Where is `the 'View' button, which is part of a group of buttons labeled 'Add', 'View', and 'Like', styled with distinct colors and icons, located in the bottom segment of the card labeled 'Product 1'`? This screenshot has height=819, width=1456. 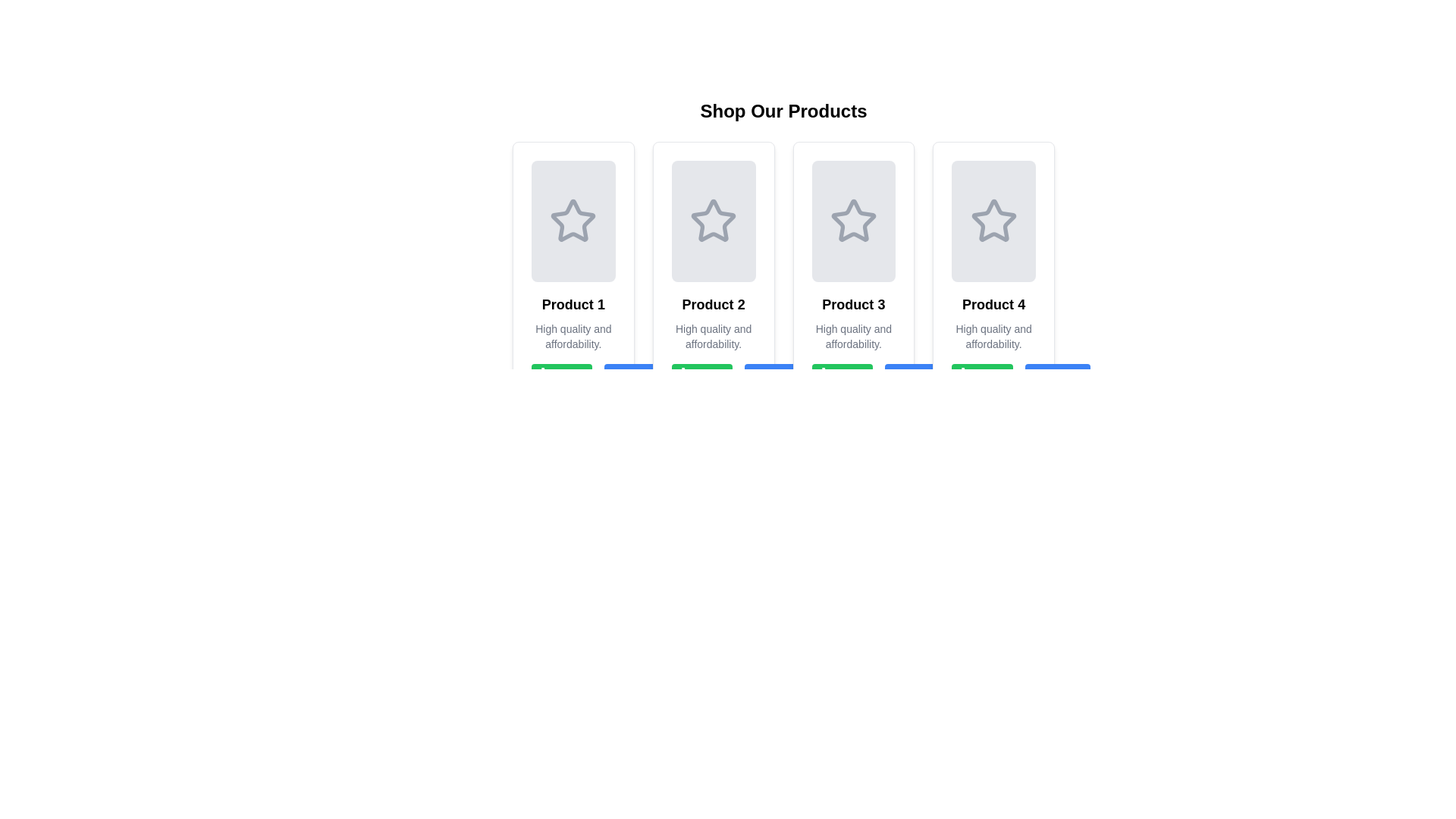
the 'View' button, which is part of a group of buttons labeled 'Add', 'View', and 'Like', styled with distinct colors and icons, located in the bottom segment of the card labeled 'Product 1' is located at coordinates (573, 375).